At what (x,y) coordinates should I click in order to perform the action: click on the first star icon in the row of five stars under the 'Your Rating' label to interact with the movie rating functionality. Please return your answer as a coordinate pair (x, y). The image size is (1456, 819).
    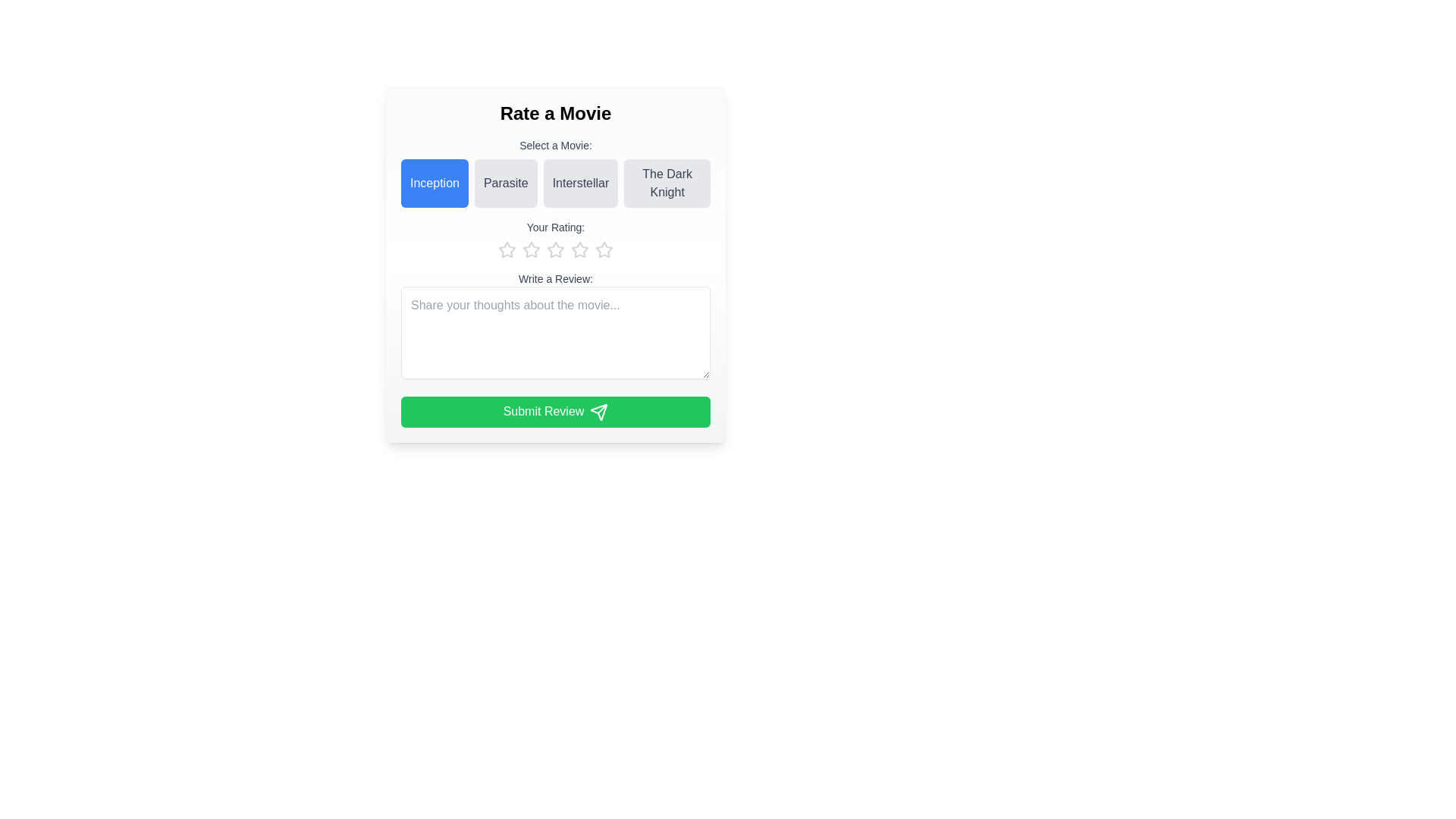
    Looking at the image, I should click on (507, 249).